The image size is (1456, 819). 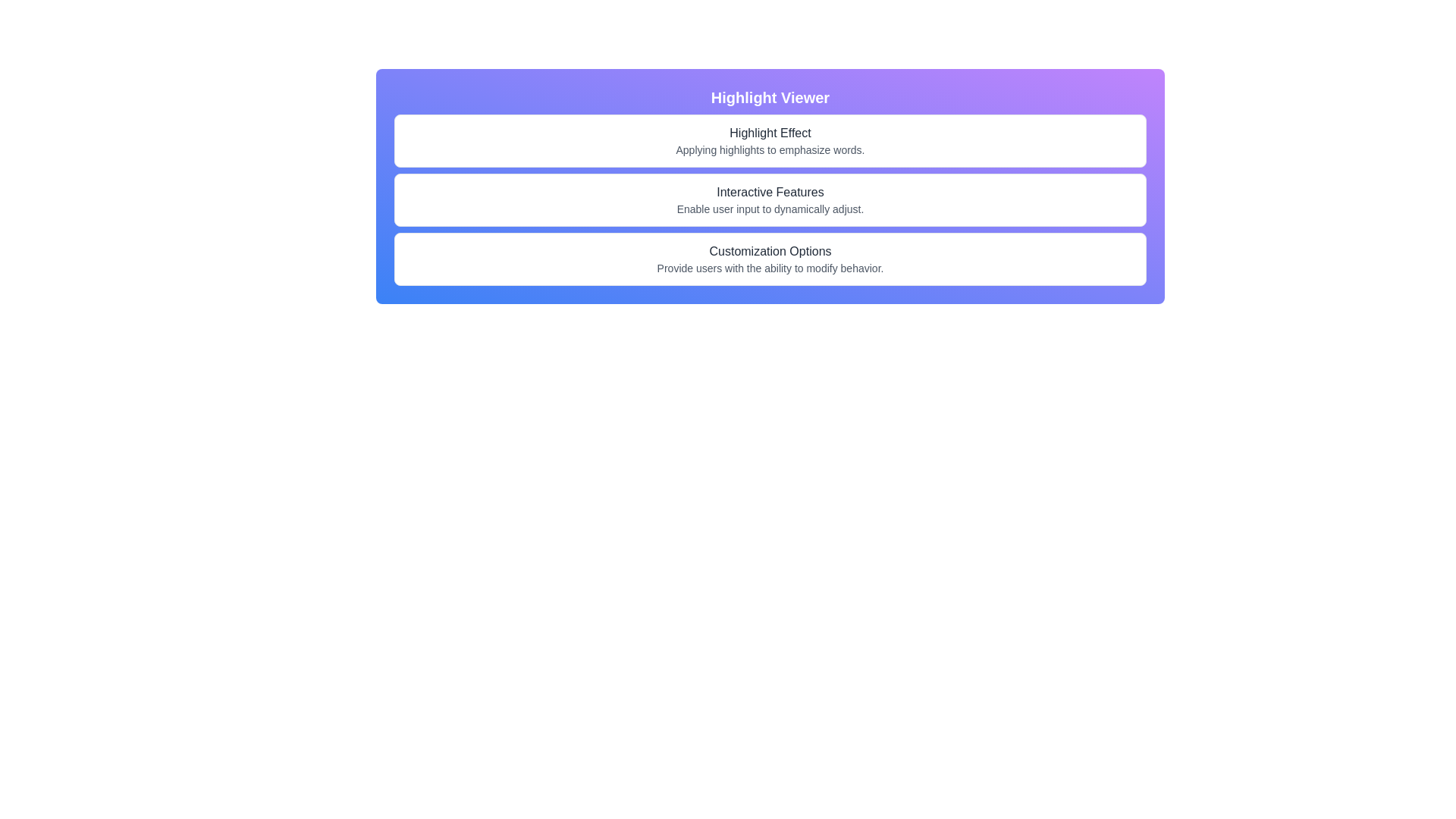 What do you see at coordinates (737, 250) in the screenshot?
I see `the character 'o' in the word 'Customization' within the text block 'Customization Options' located in the bottom section titled 'Highlight Viewer'` at bounding box center [737, 250].